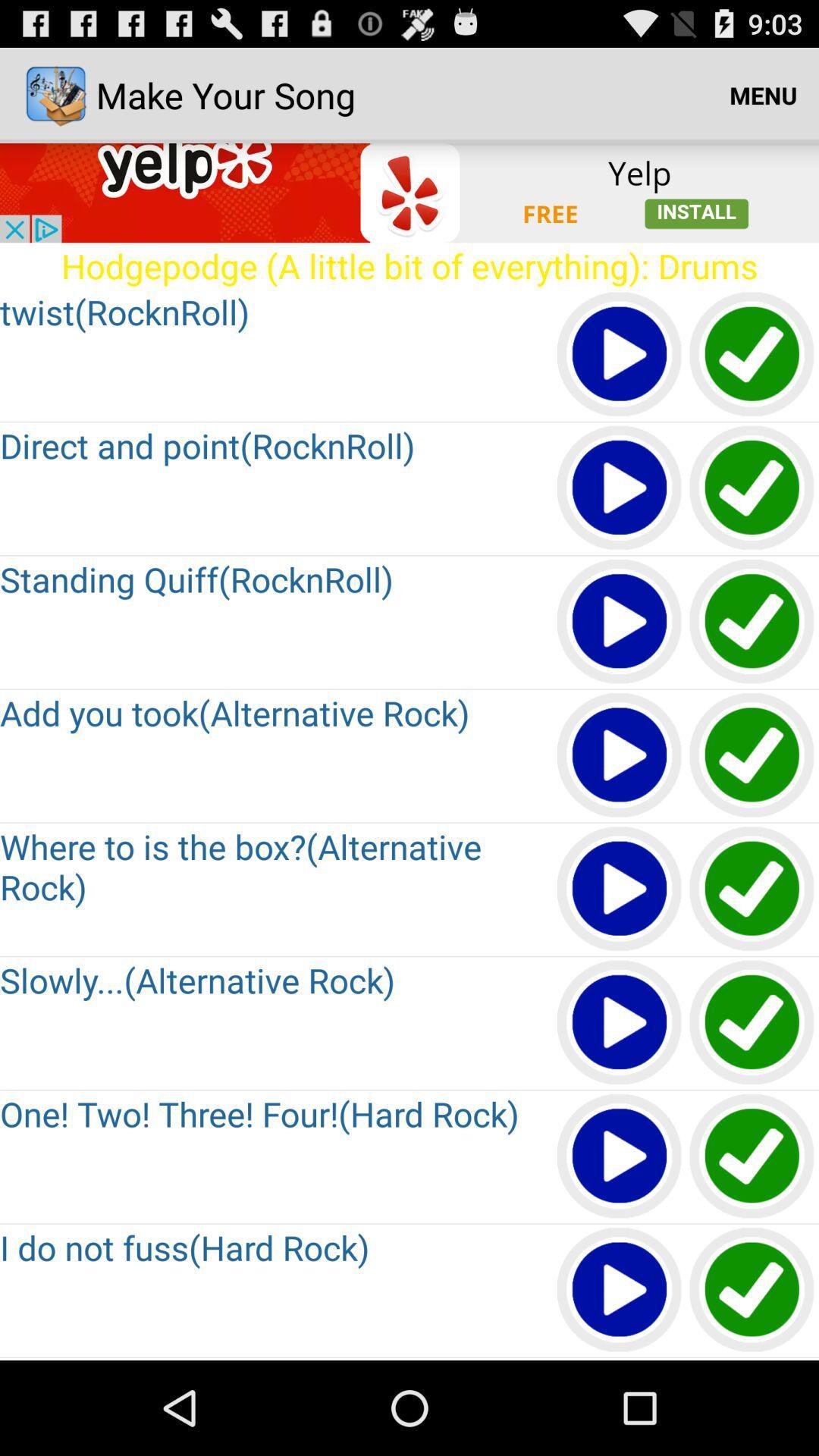 The height and width of the screenshot is (1456, 819). Describe the element at coordinates (620, 354) in the screenshot. I see `audio file` at that location.